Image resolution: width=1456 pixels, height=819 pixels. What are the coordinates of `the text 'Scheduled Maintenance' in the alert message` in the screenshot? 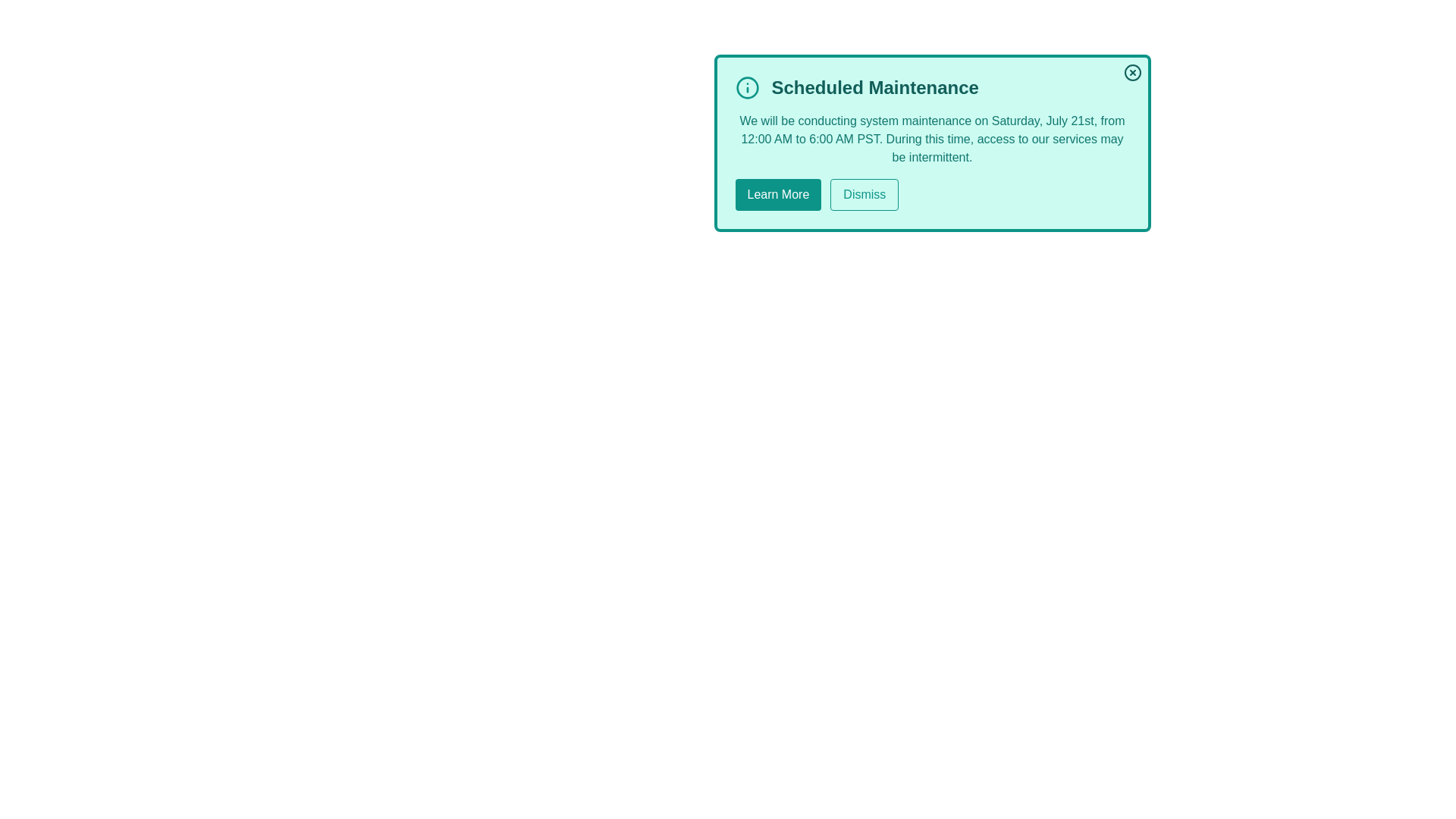 It's located at (931, 87).